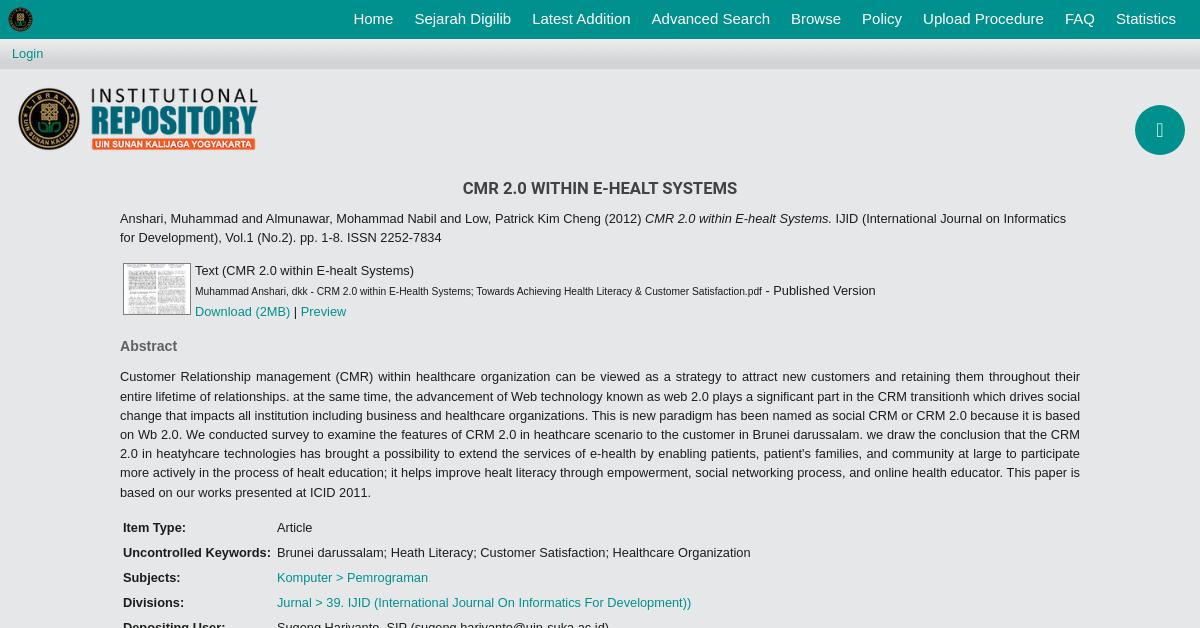  Describe the element at coordinates (27, 52) in the screenshot. I see `'Login'` at that location.